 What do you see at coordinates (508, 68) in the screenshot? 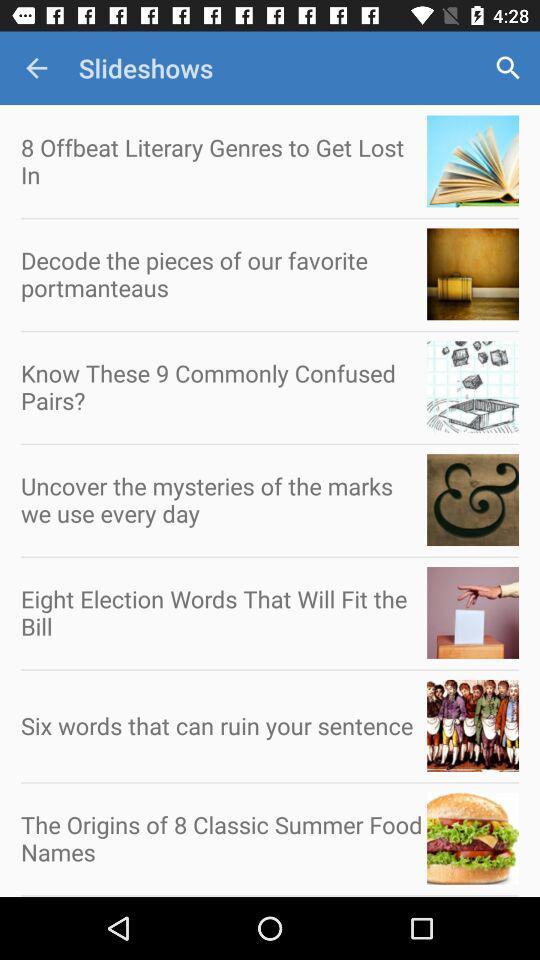
I see `the icon to the right of slideshows` at bounding box center [508, 68].